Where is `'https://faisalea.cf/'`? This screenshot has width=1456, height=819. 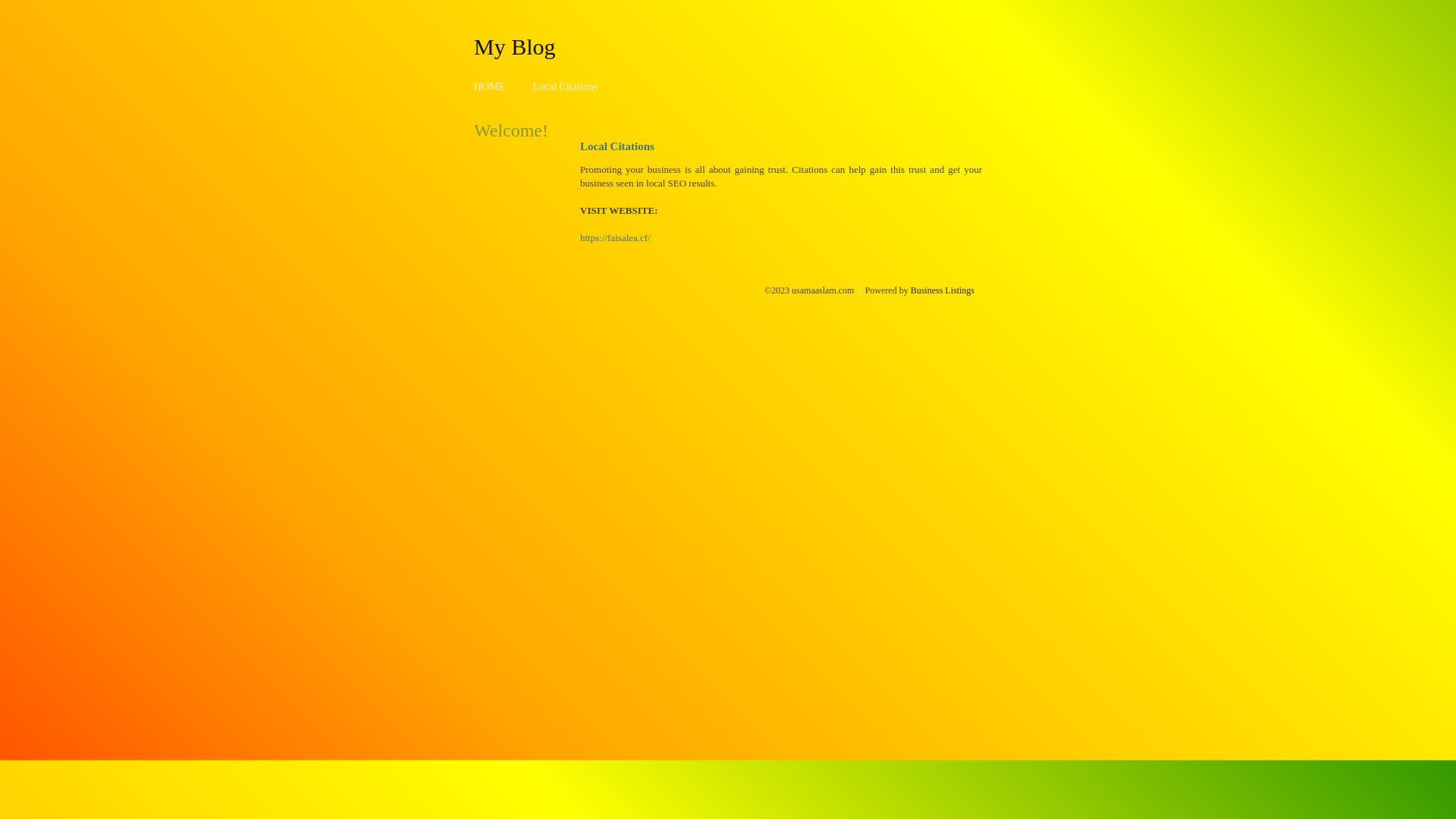 'https://faisalea.cf/' is located at coordinates (615, 237).